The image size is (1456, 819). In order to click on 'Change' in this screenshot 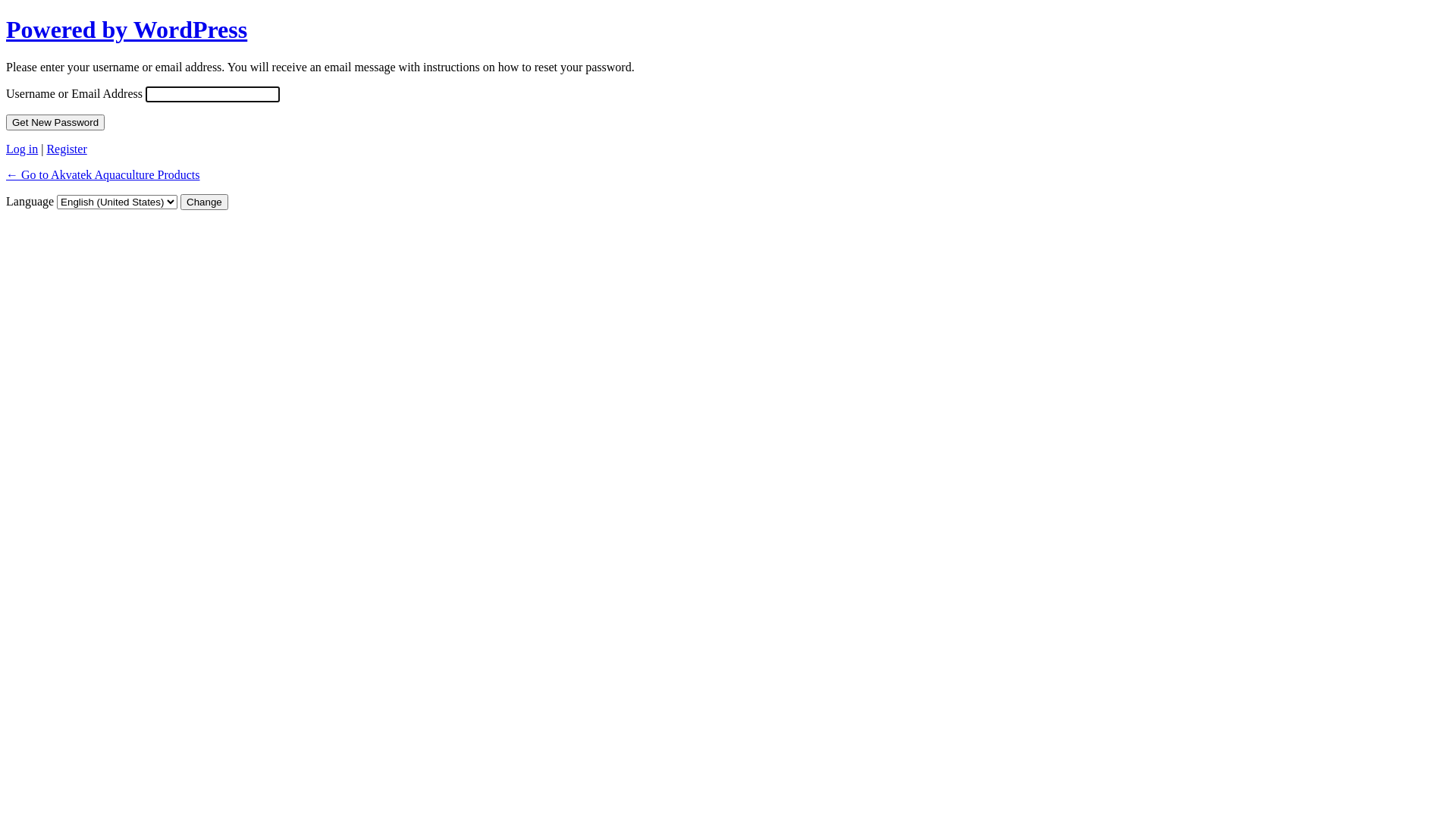, I will do `click(203, 201)`.